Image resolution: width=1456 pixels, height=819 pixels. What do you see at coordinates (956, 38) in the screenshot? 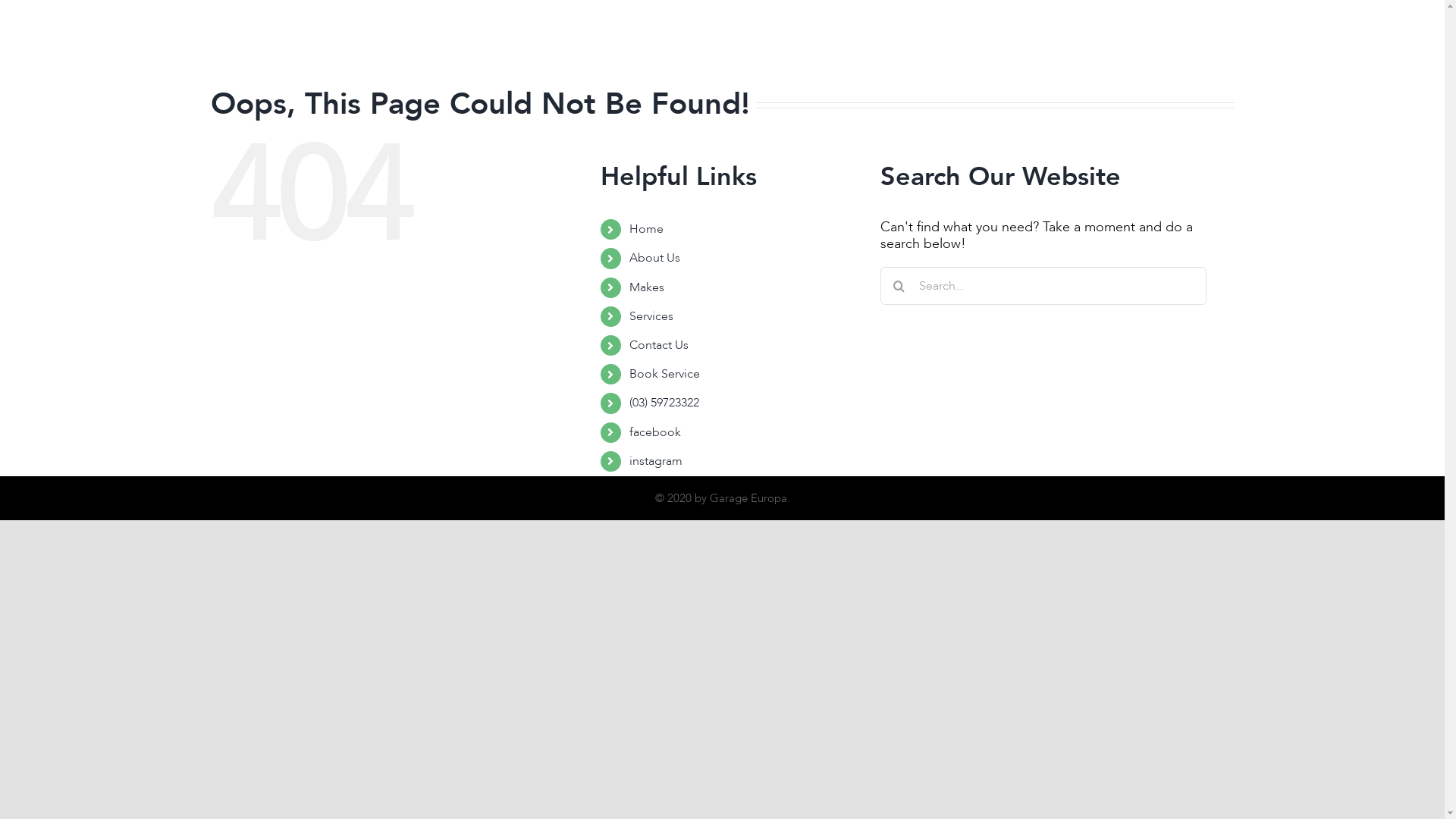
I see `'Book Service'` at bounding box center [956, 38].